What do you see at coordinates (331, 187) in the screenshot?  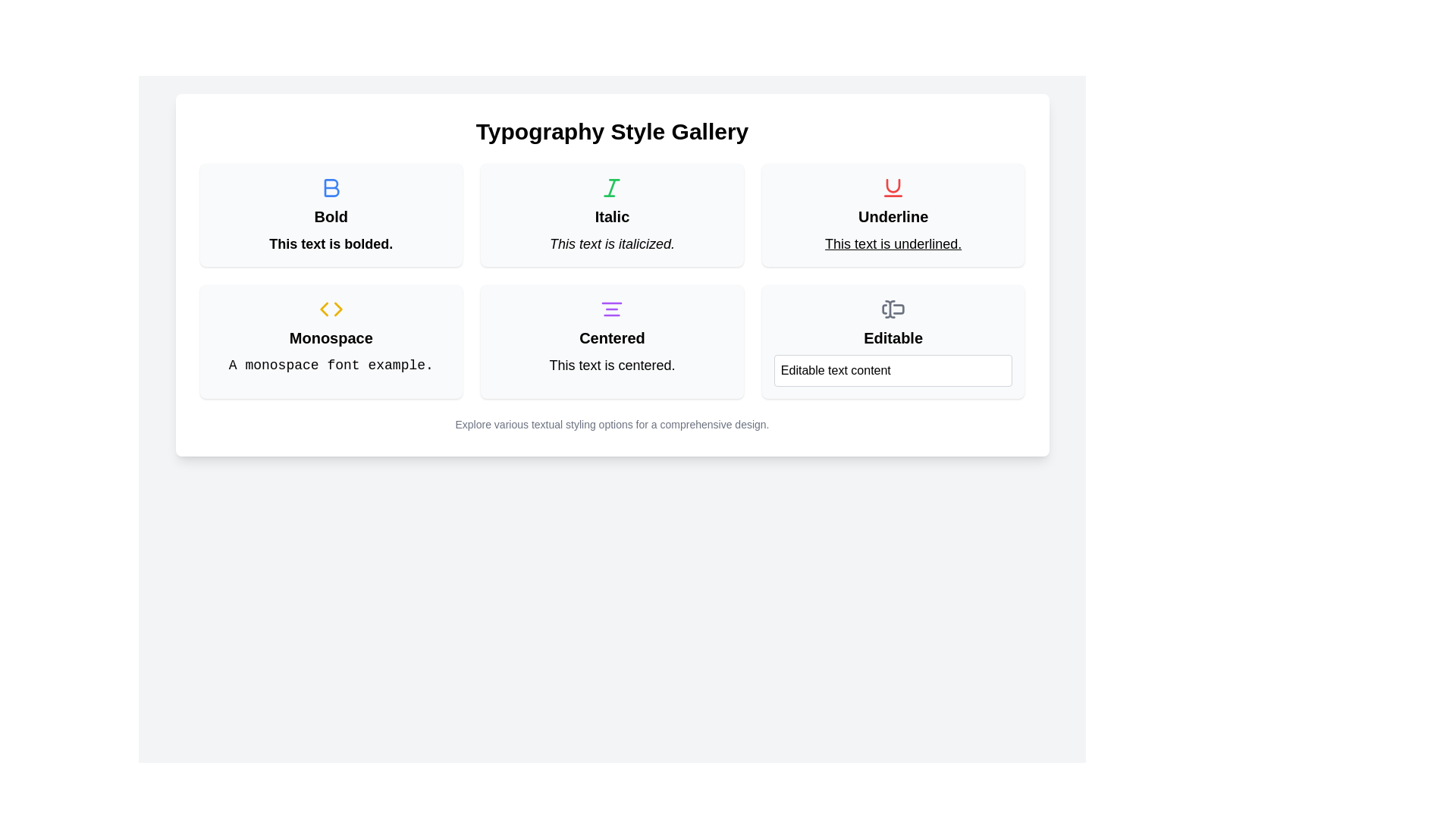 I see `the design of the blue bold 'B' icon located in the top-left cell of the Typography Style Gallery, above the text labeled 'Bold'` at bounding box center [331, 187].